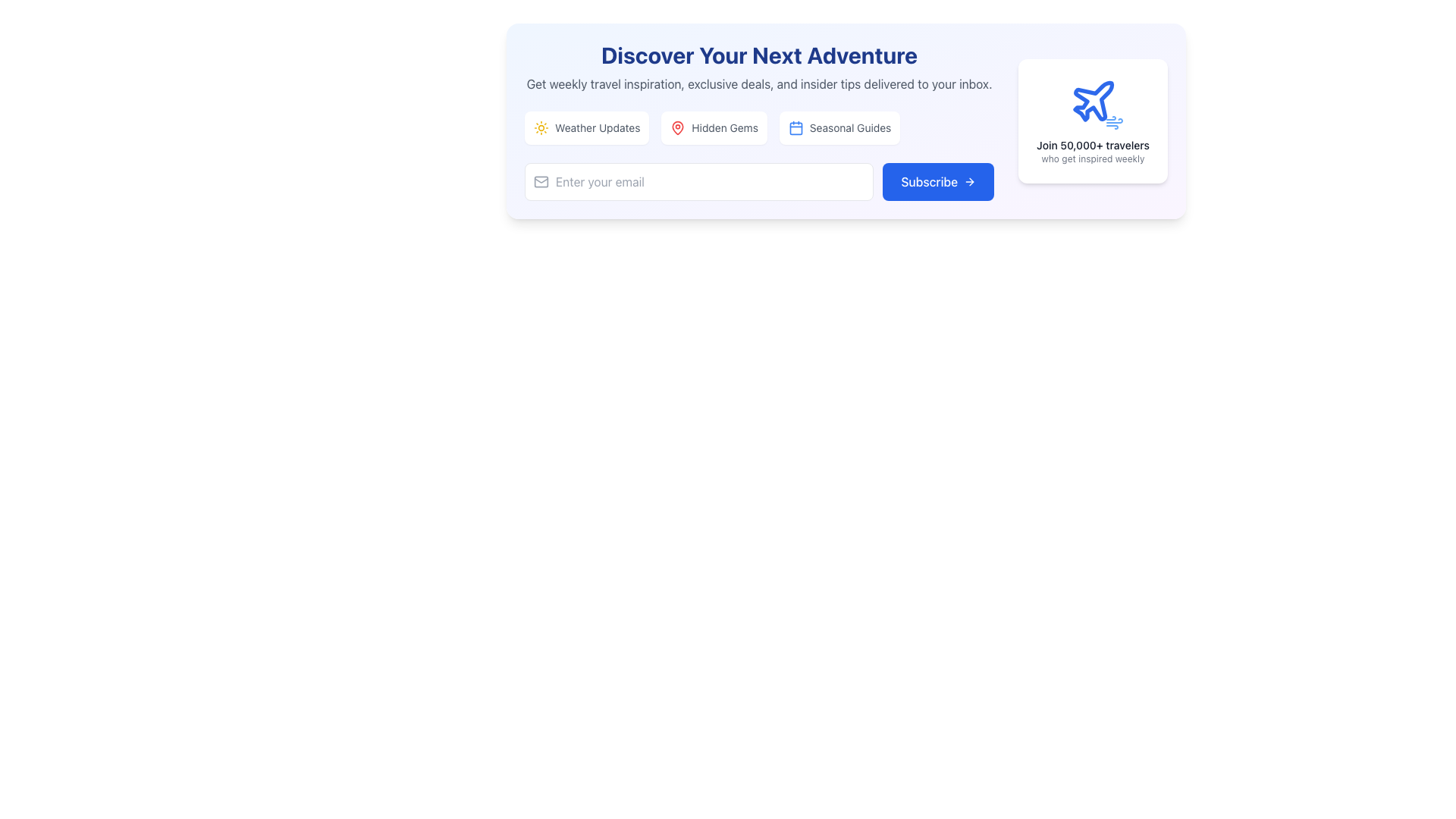 This screenshot has height=819, width=1456. Describe the element at coordinates (586, 127) in the screenshot. I see `the first button in the group that provides weather-related updates` at that location.